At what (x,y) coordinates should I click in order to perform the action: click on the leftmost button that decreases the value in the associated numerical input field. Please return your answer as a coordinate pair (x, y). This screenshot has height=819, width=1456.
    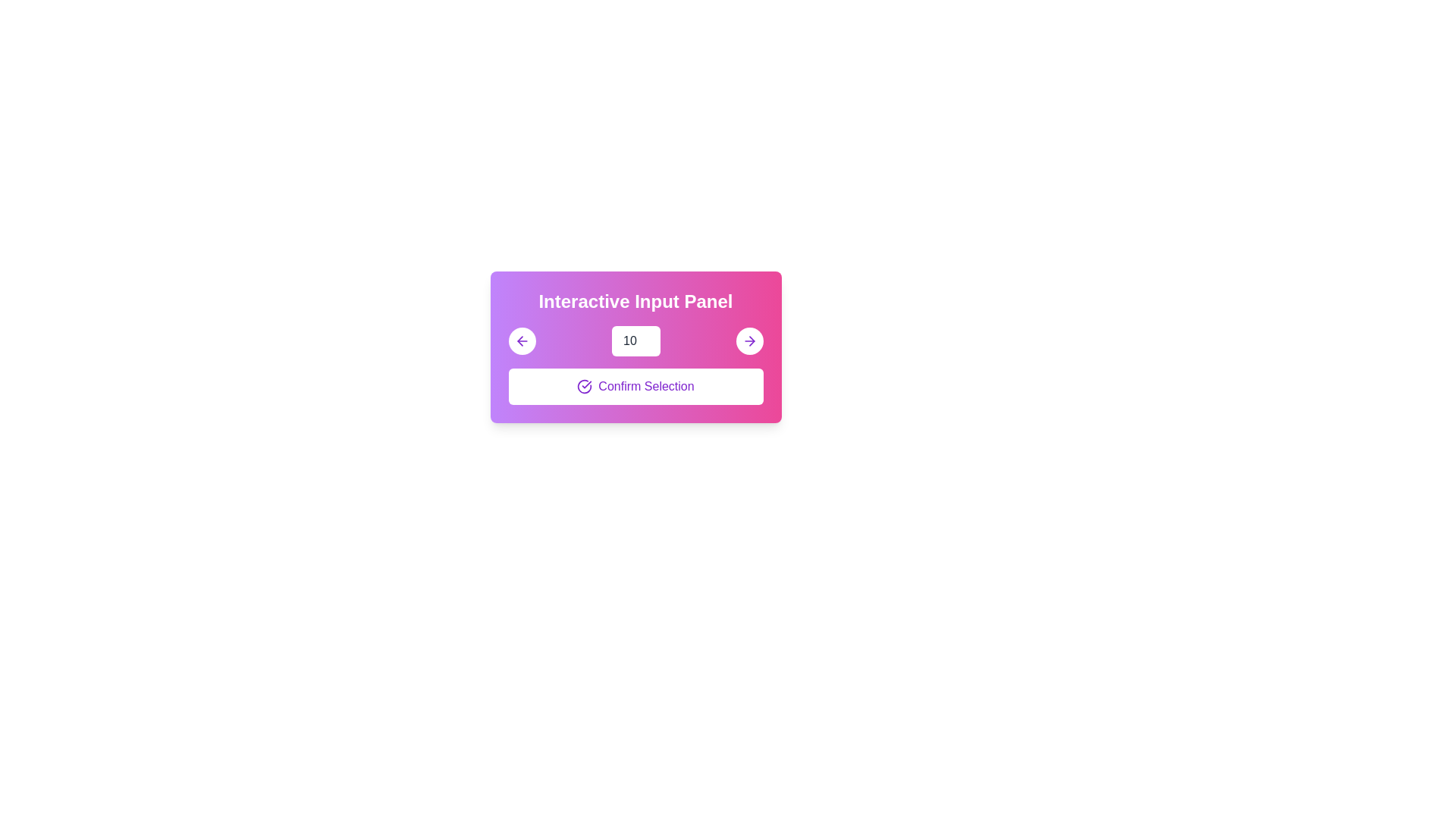
    Looking at the image, I should click on (522, 341).